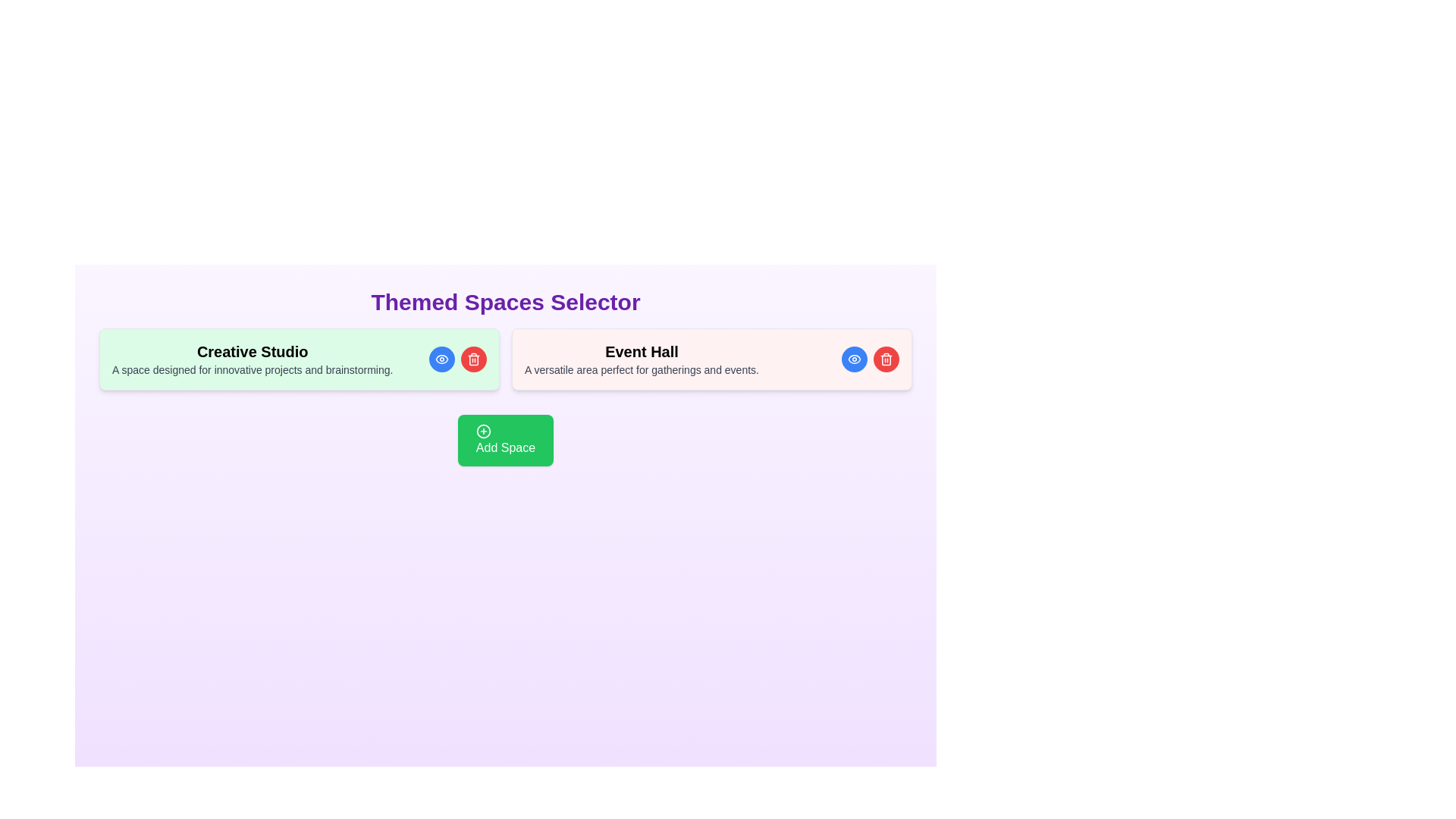 This screenshot has height=819, width=1456. I want to click on the small gray text element that says "A versatile area perfect for gatherings and events," which is positioned below the text "Event Hall.", so click(642, 370).